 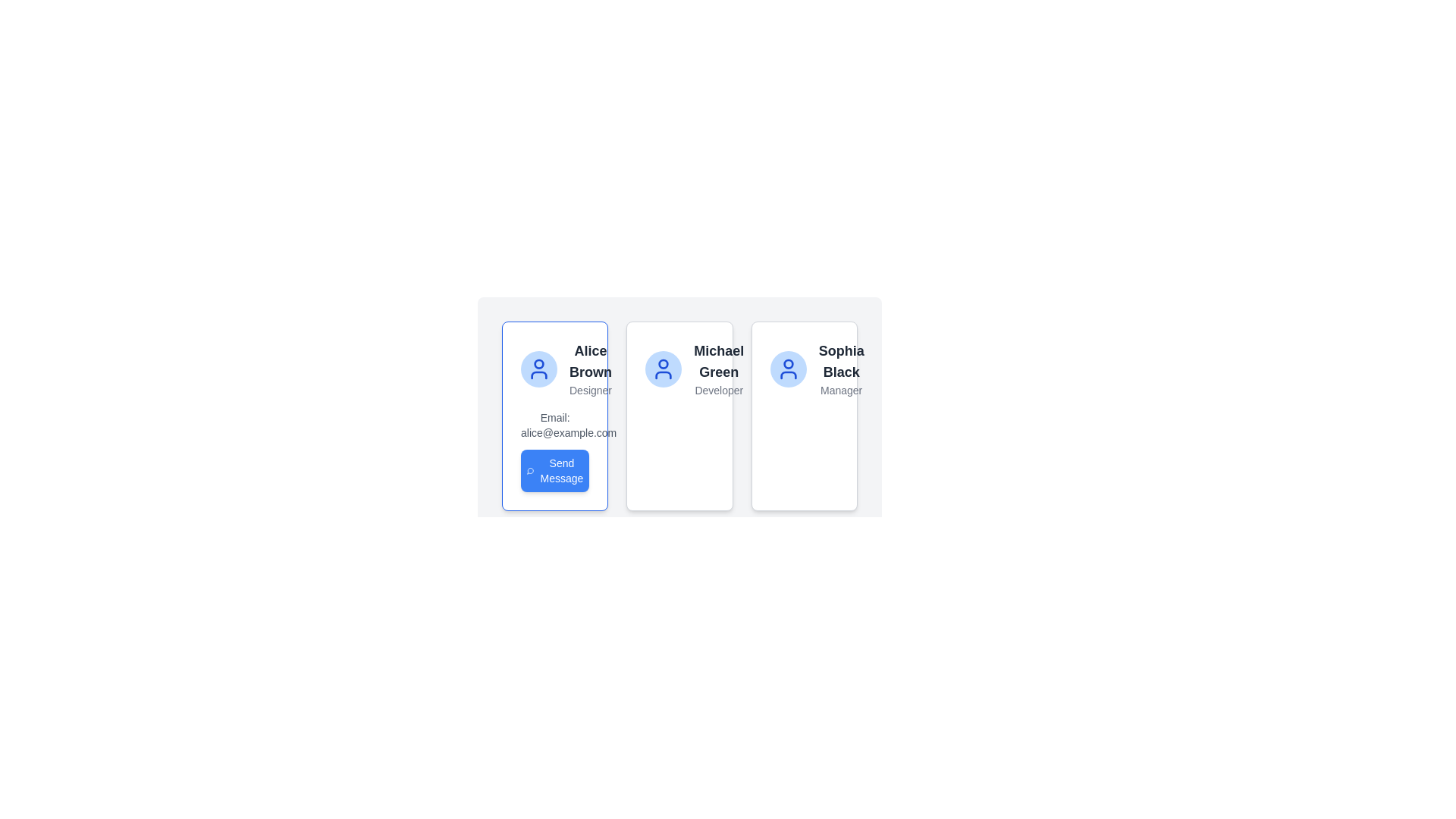 What do you see at coordinates (589, 390) in the screenshot?
I see `the Static Text Label displaying 'Designer' located below 'Alice Brown' in the leftmost user profile card` at bounding box center [589, 390].